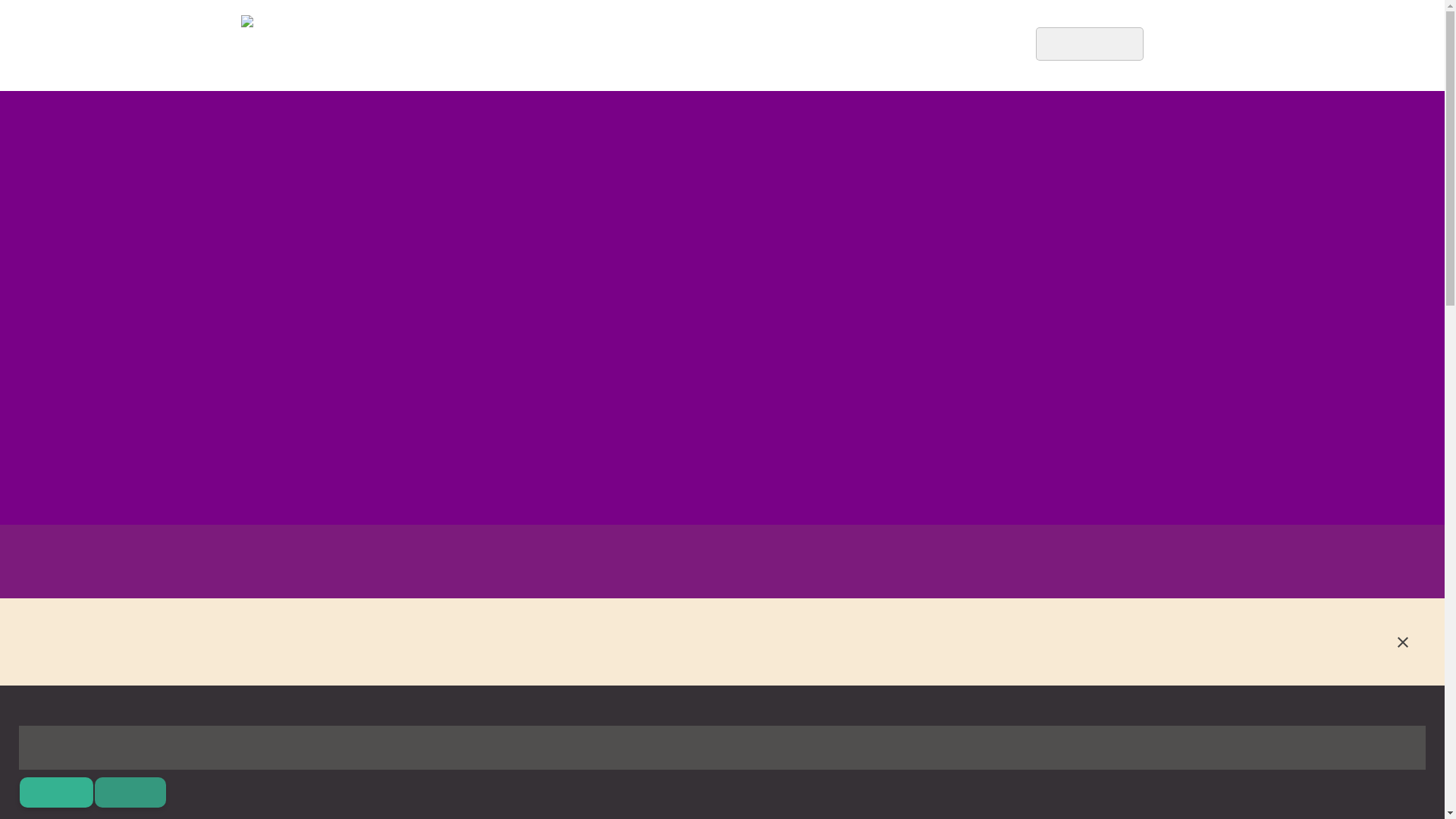 This screenshot has height=819, width=1456. Describe the element at coordinates (570, 45) in the screenshot. I see `'A Little About Us` at that location.